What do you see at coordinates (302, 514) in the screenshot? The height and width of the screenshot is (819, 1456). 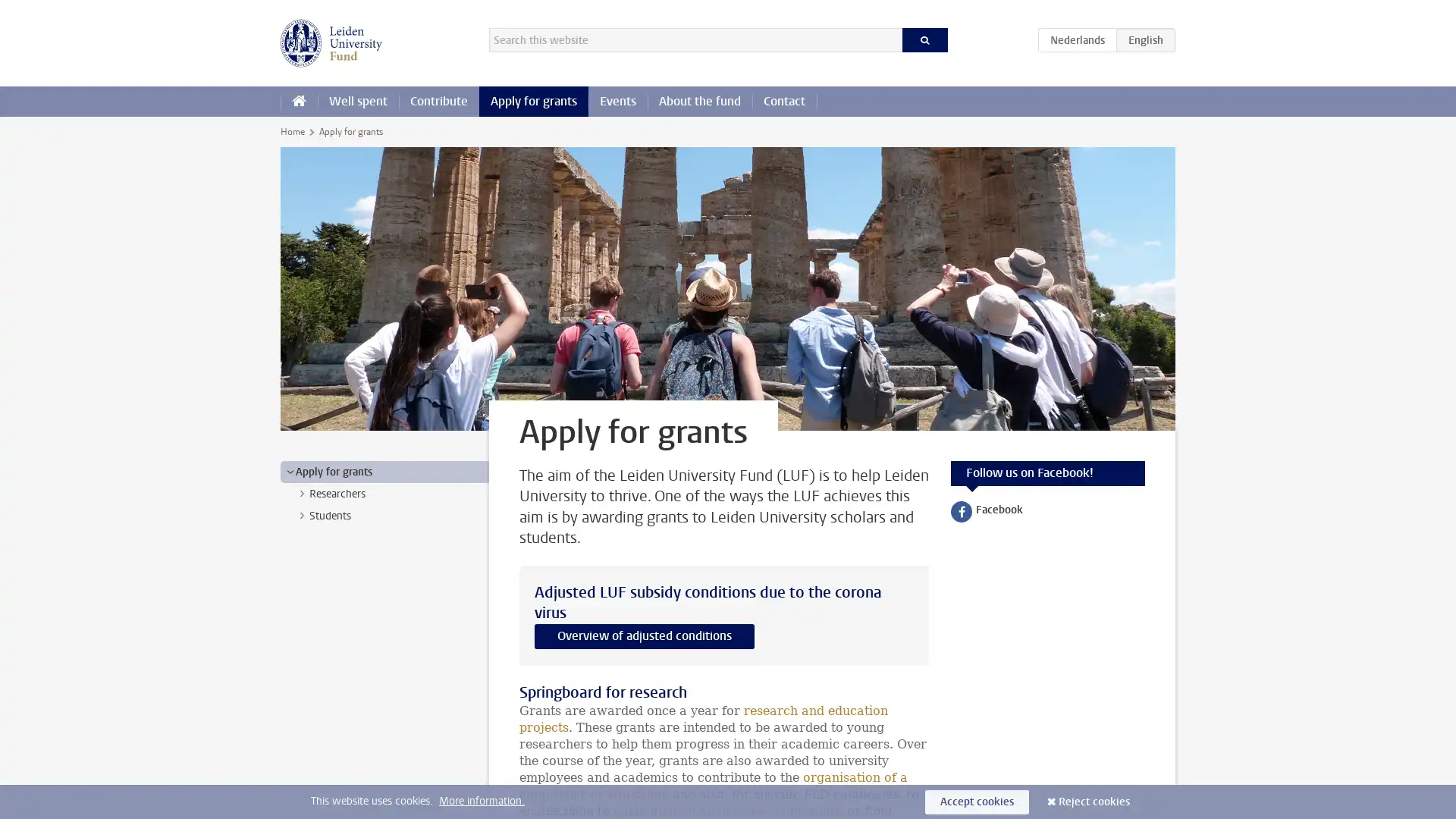 I see `>` at bounding box center [302, 514].